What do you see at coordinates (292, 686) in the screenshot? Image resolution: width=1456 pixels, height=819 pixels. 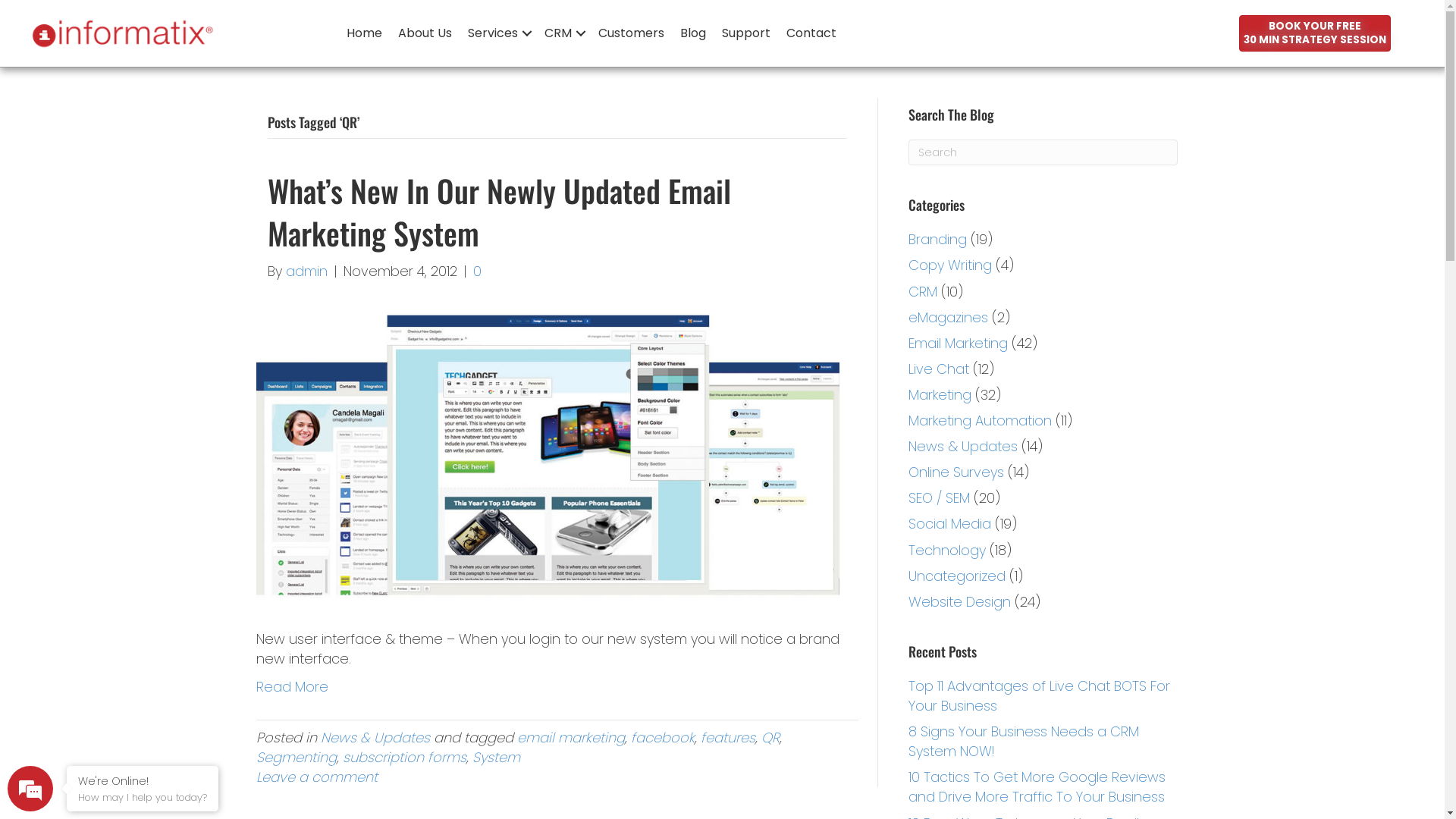 I see `'Read More'` at bounding box center [292, 686].